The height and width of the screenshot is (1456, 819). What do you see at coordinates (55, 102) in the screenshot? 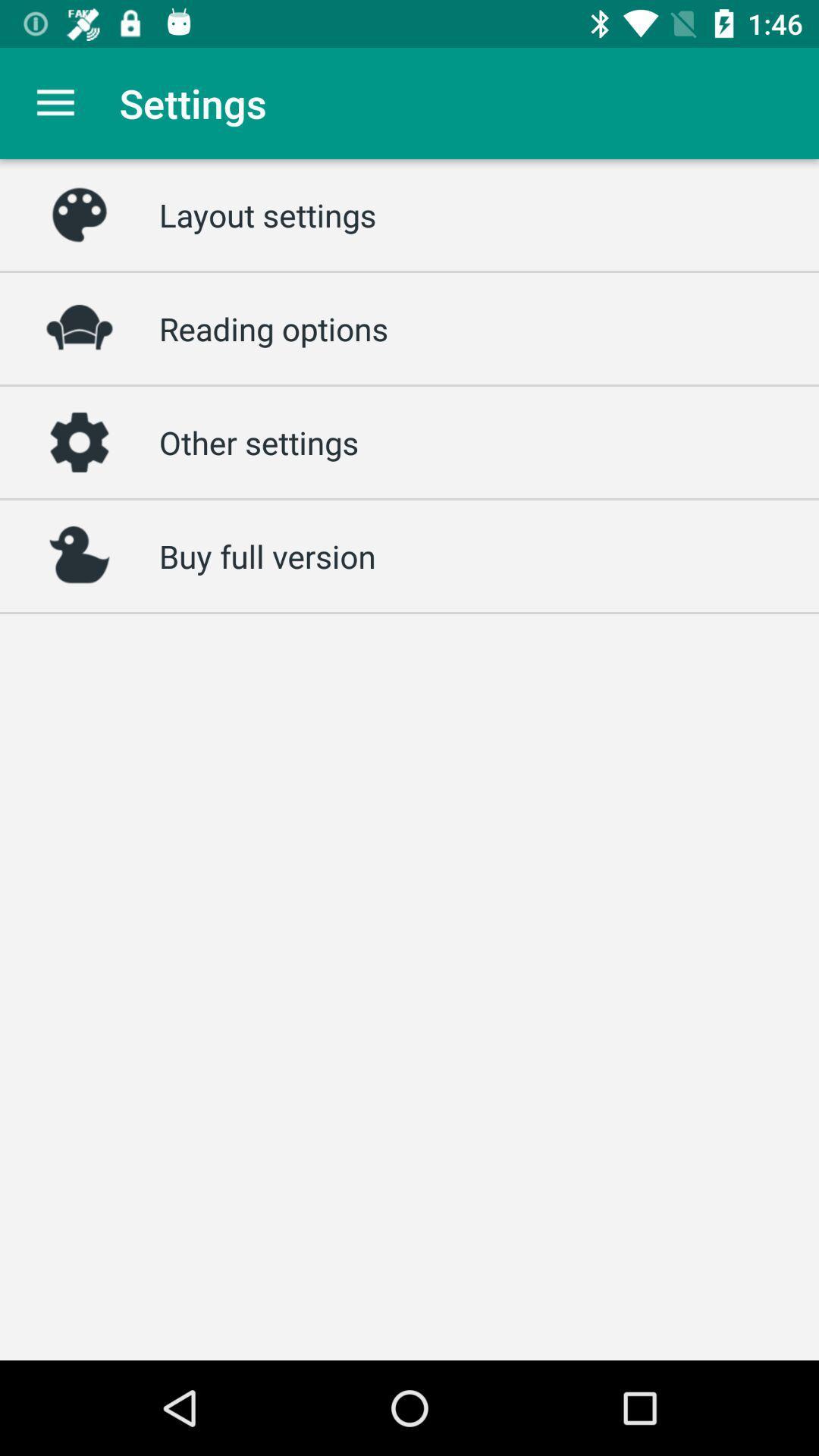
I see `the item to the left of the settings item` at bounding box center [55, 102].